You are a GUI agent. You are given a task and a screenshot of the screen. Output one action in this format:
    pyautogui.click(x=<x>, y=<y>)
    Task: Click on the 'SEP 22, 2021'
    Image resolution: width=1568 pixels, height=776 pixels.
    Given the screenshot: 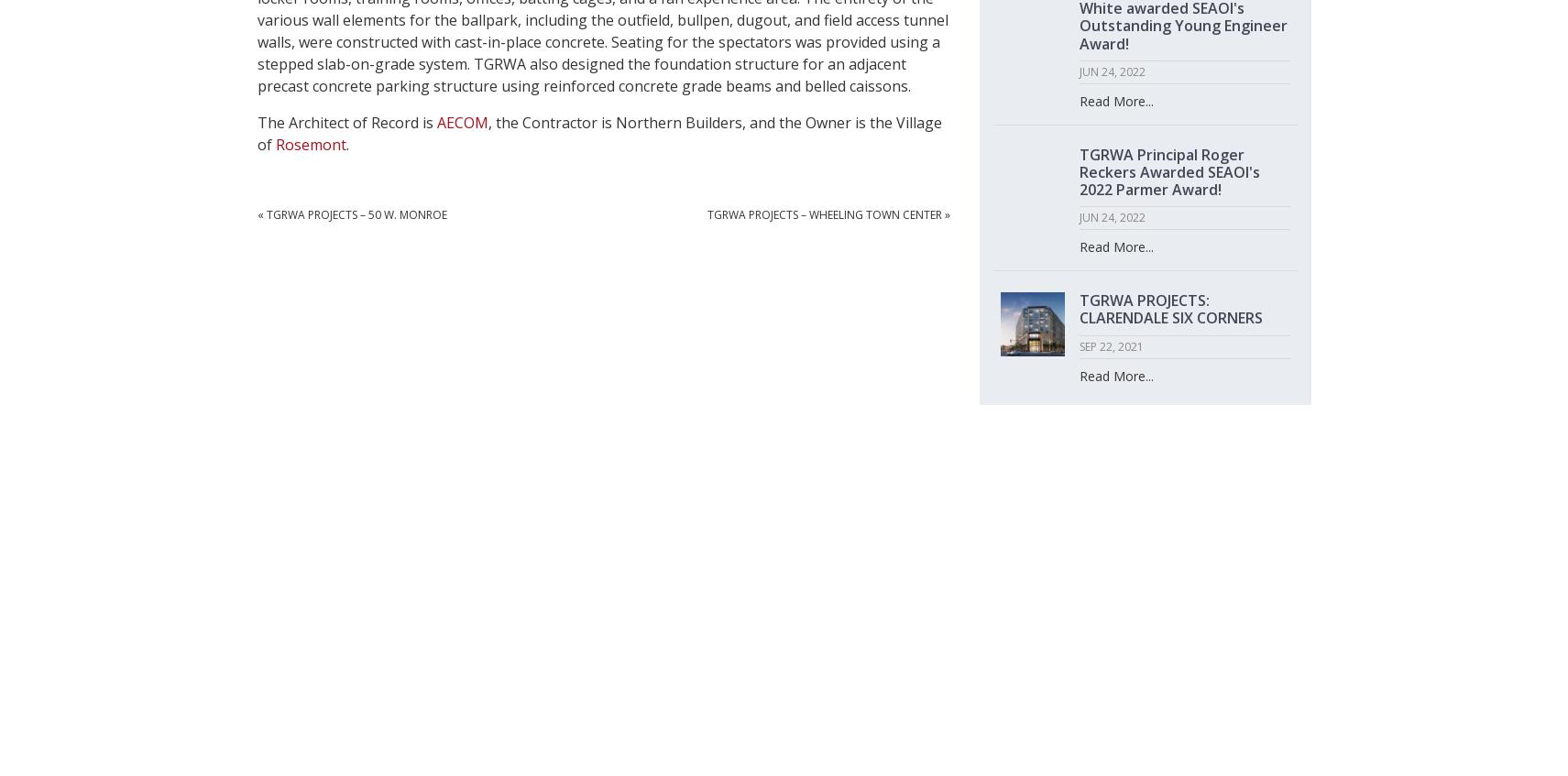 What is the action you would take?
    pyautogui.click(x=1077, y=344)
    